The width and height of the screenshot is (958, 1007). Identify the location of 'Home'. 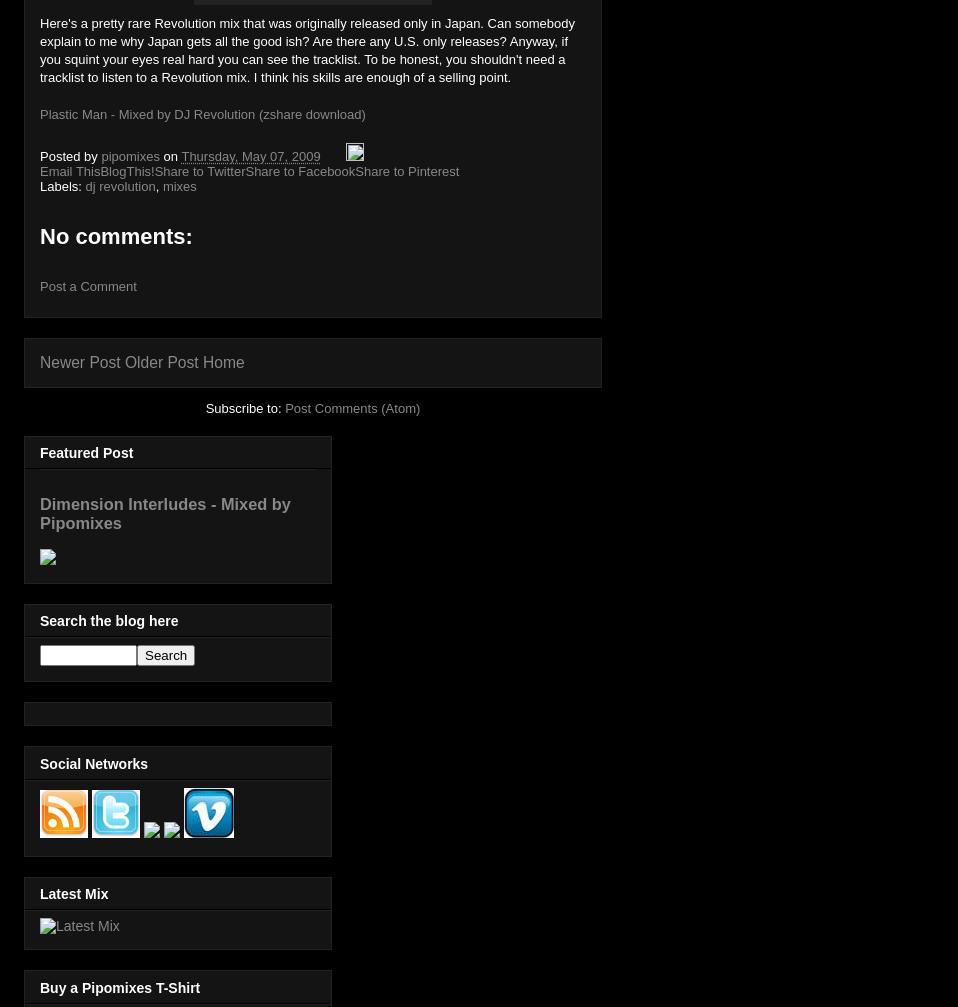
(222, 361).